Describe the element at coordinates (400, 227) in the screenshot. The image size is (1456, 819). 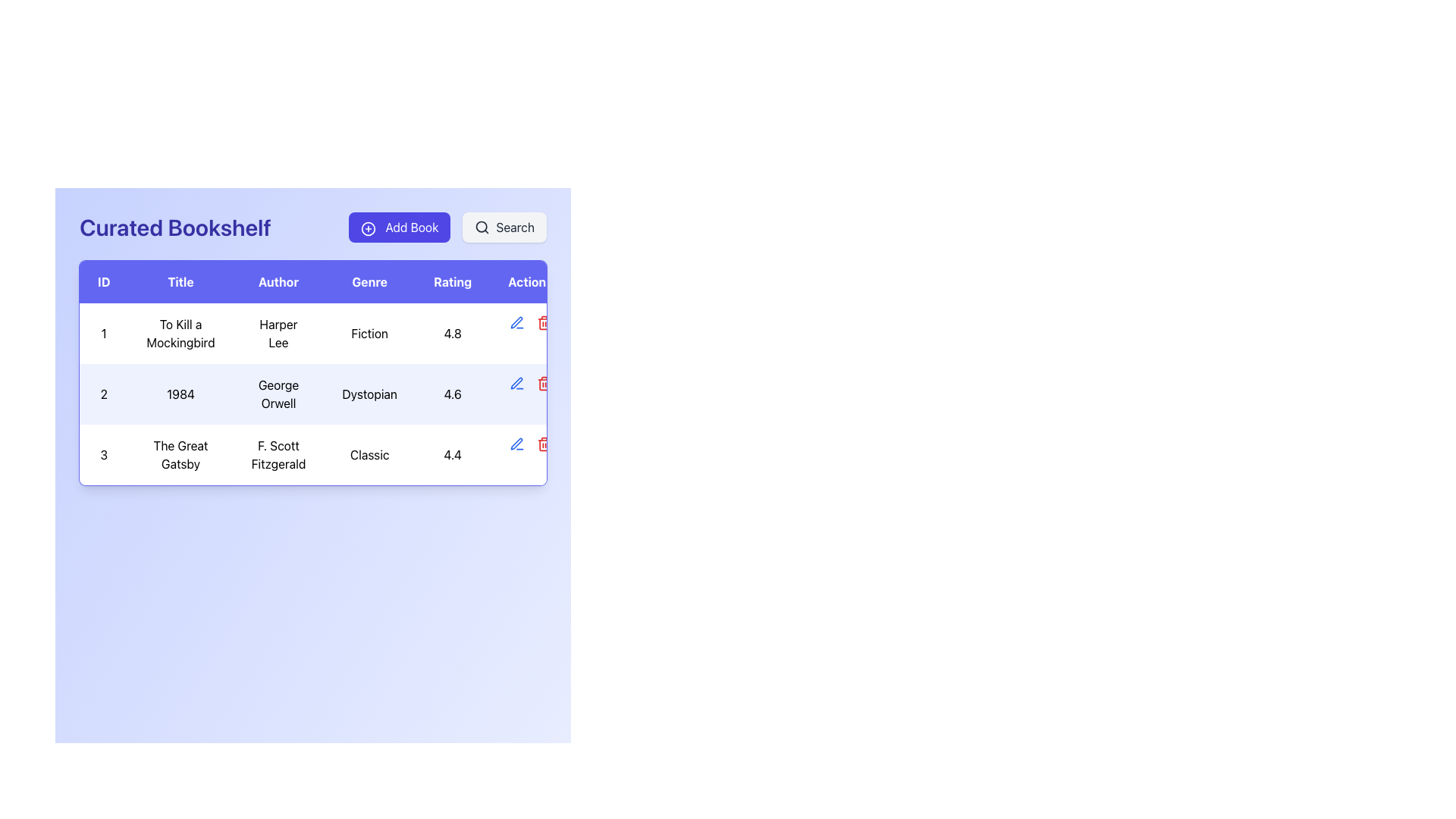
I see `the 'Add Book' button with a blue background and rounded corners` at that location.